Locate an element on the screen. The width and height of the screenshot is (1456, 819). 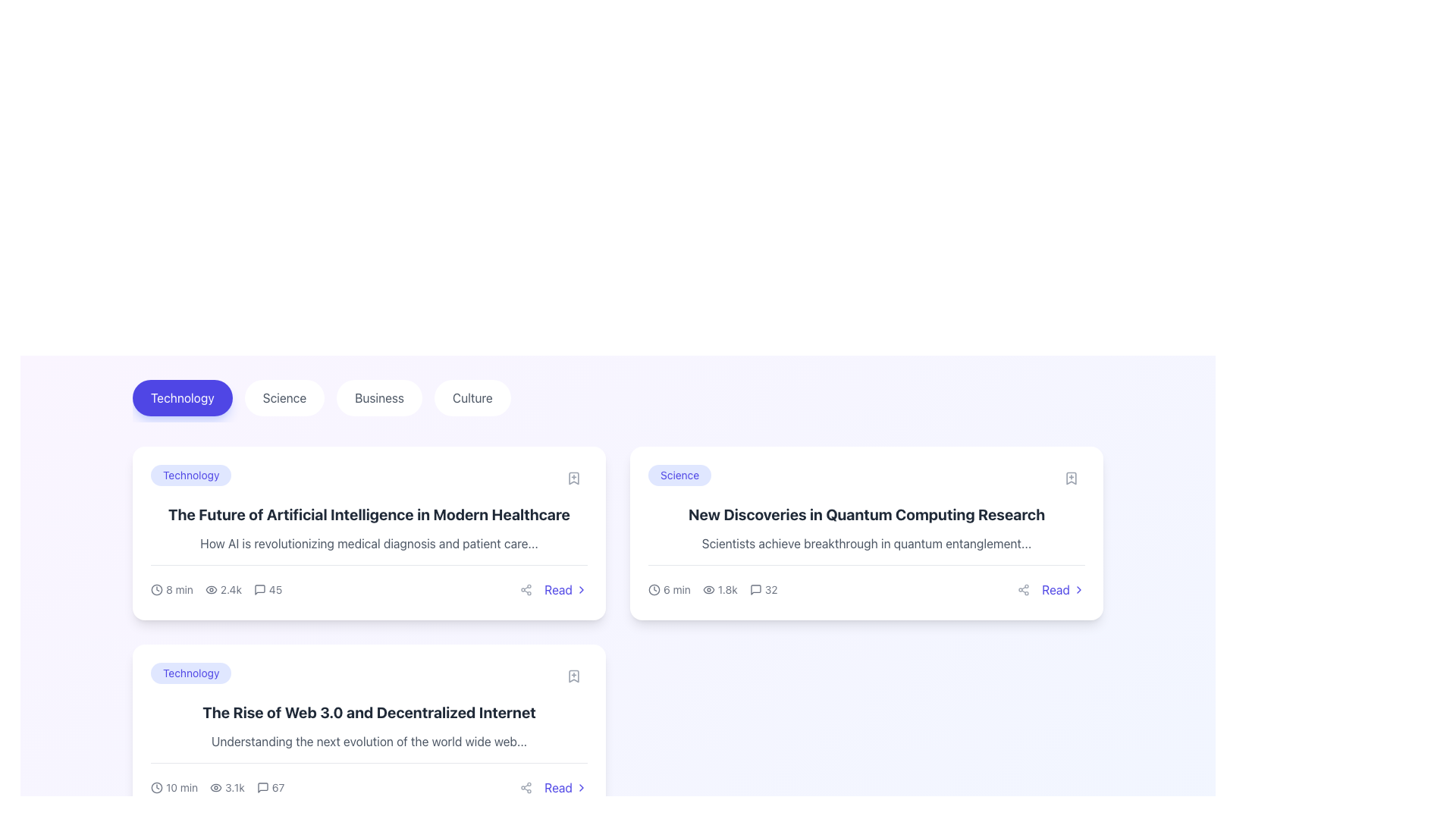
the heading text located in the second article card, positioned beneath the 'Technology' tag and above the subheading text is located at coordinates (369, 713).